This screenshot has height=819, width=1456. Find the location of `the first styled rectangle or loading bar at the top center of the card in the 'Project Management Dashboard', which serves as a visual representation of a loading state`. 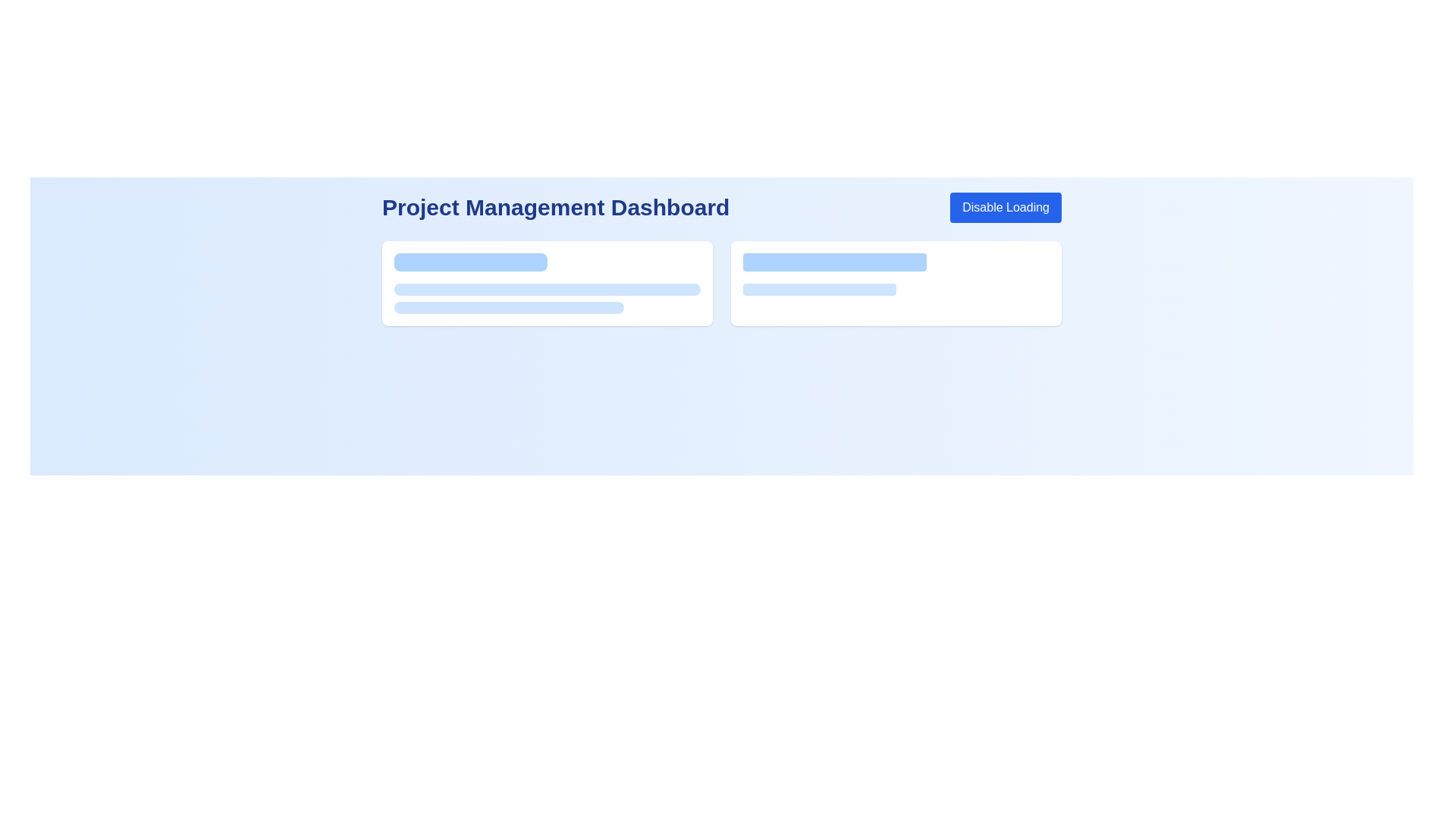

the first styled rectangle or loading bar at the top center of the card in the 'Project Management Dashboard', which serves as a visual representation of a loading state is located at coordinates (469, 262).